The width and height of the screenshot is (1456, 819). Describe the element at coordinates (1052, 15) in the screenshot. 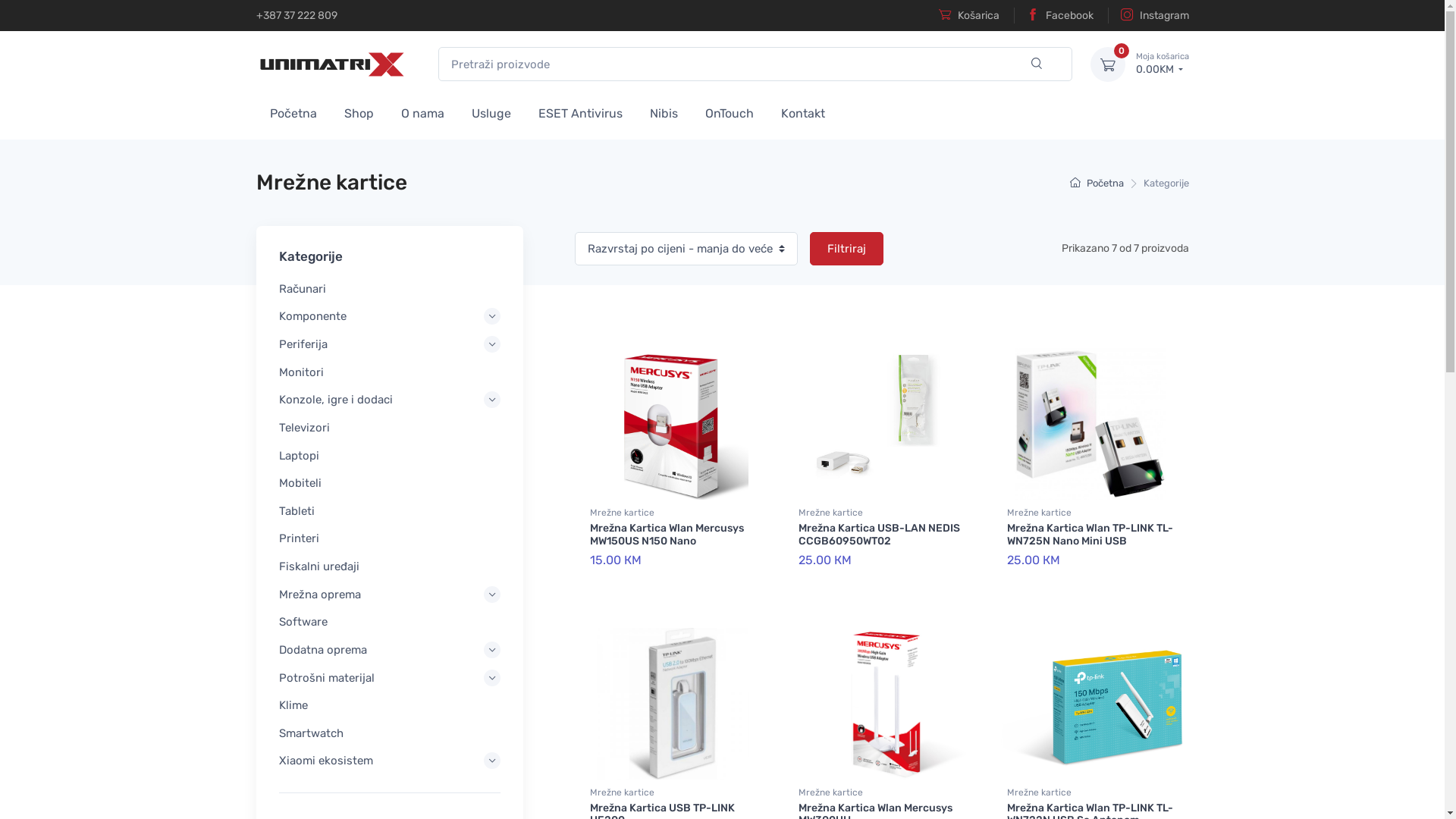

I see `'Facebook'` at that location.